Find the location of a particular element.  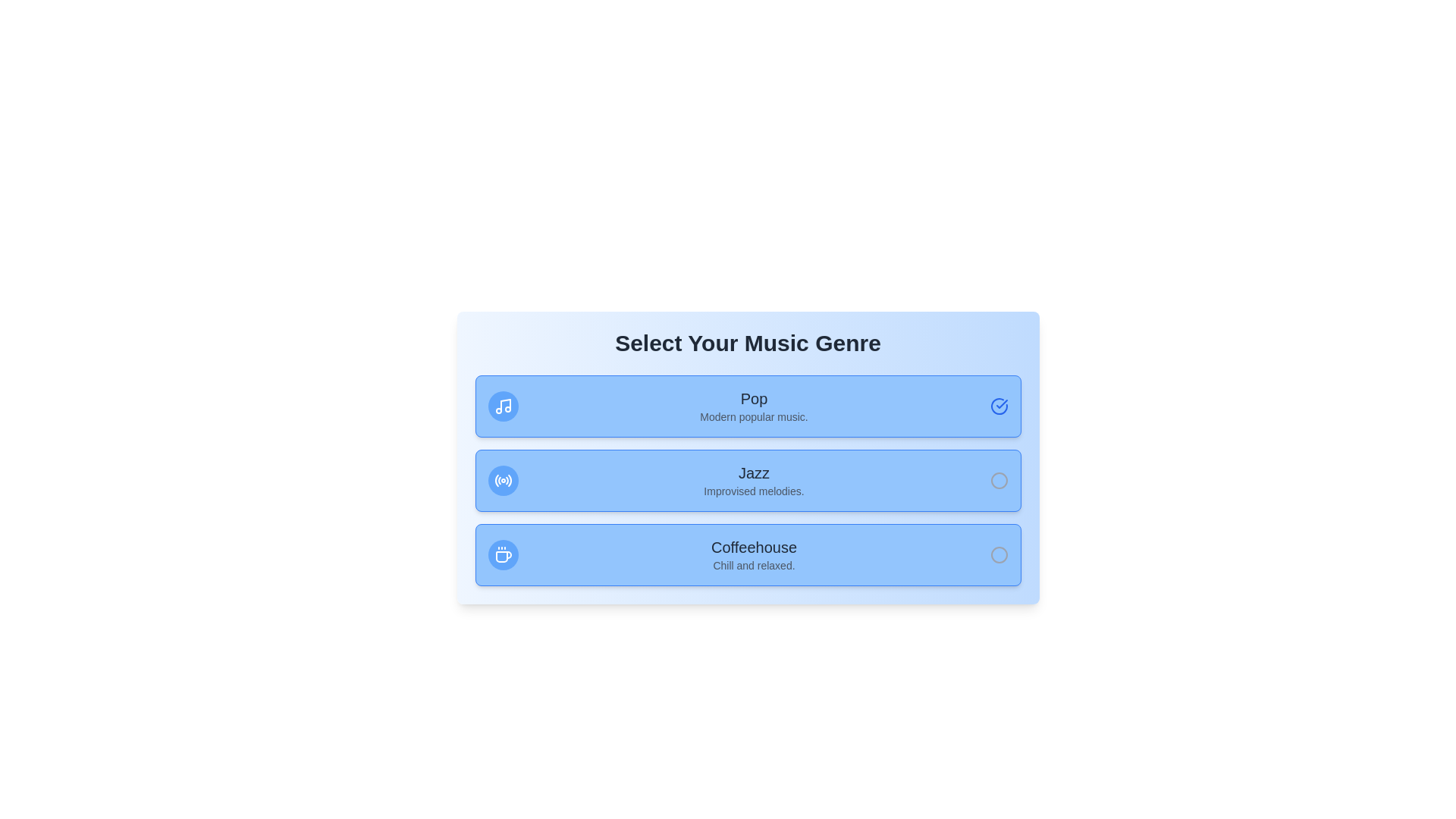

the 'Jazz' genre text label, which is the main title in the music genre selection interface is located at coordinates (754, 472).